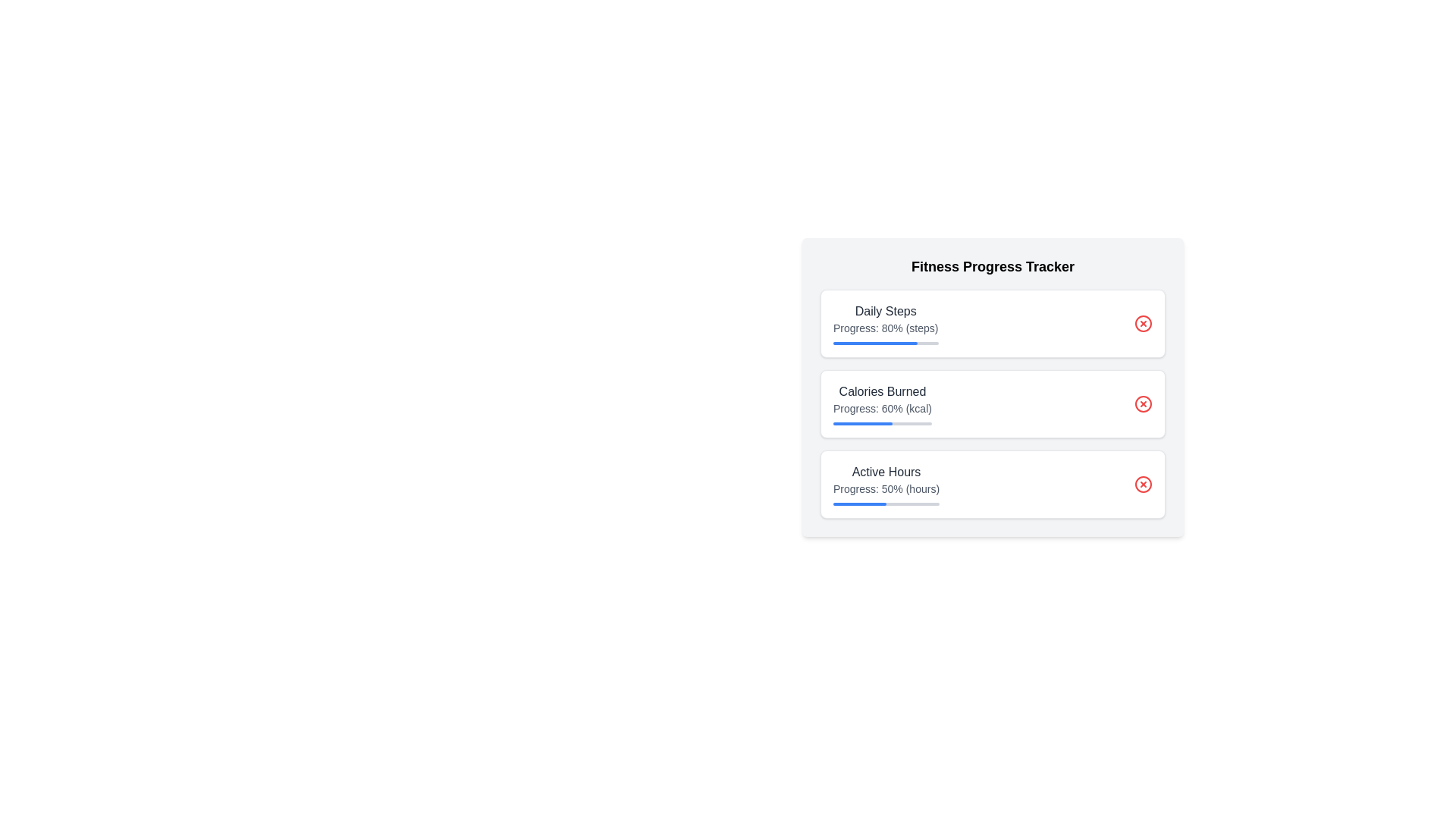  I want to click on the Progress Tracker, which is the second item in the vertical list of trackers in the 'Fitness Progress Tracker' section, displaying progress information related to calories burned, so click(993, 403).